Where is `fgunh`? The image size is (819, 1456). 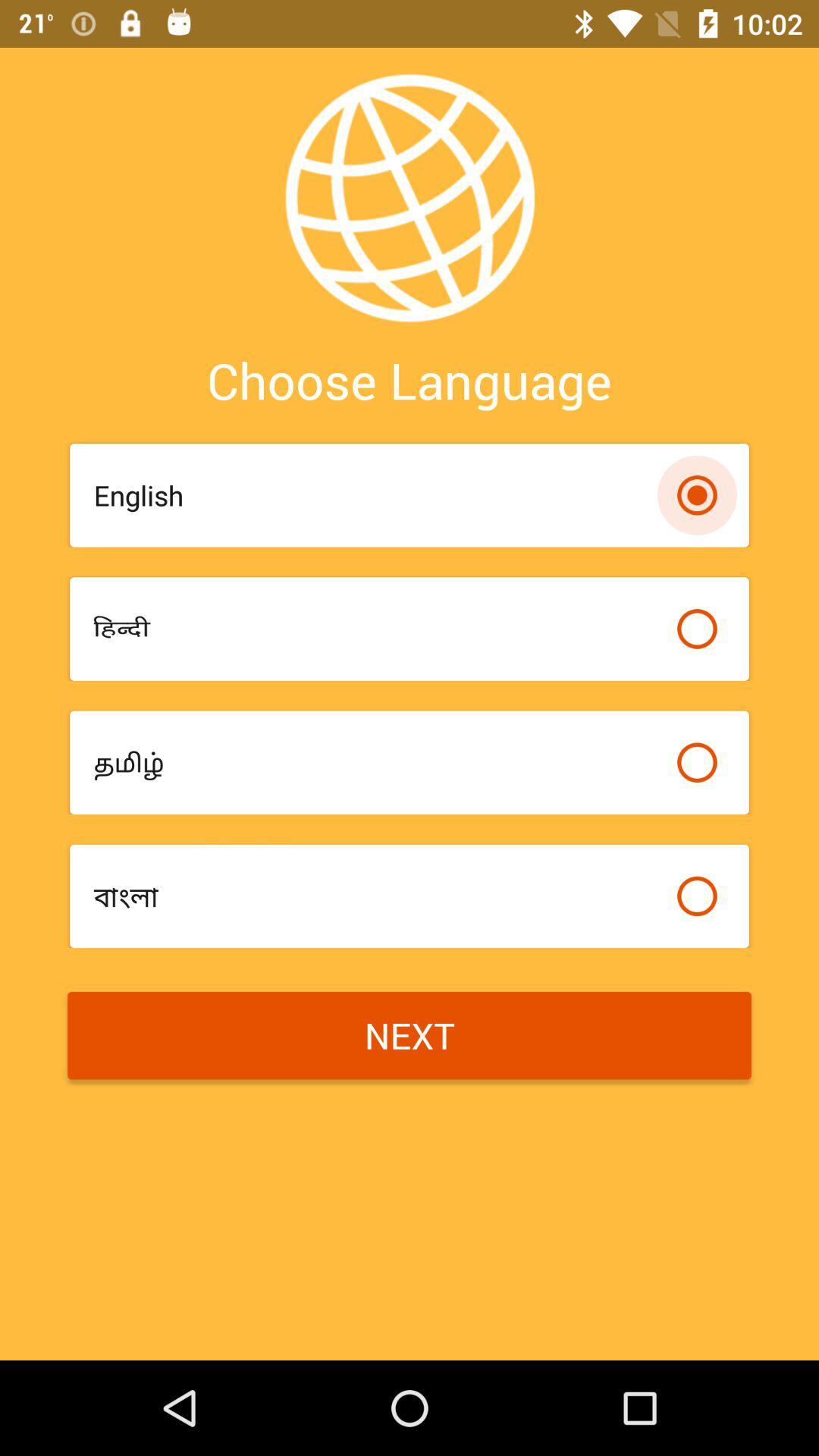
fgunh is located at coordinates (376, 629).